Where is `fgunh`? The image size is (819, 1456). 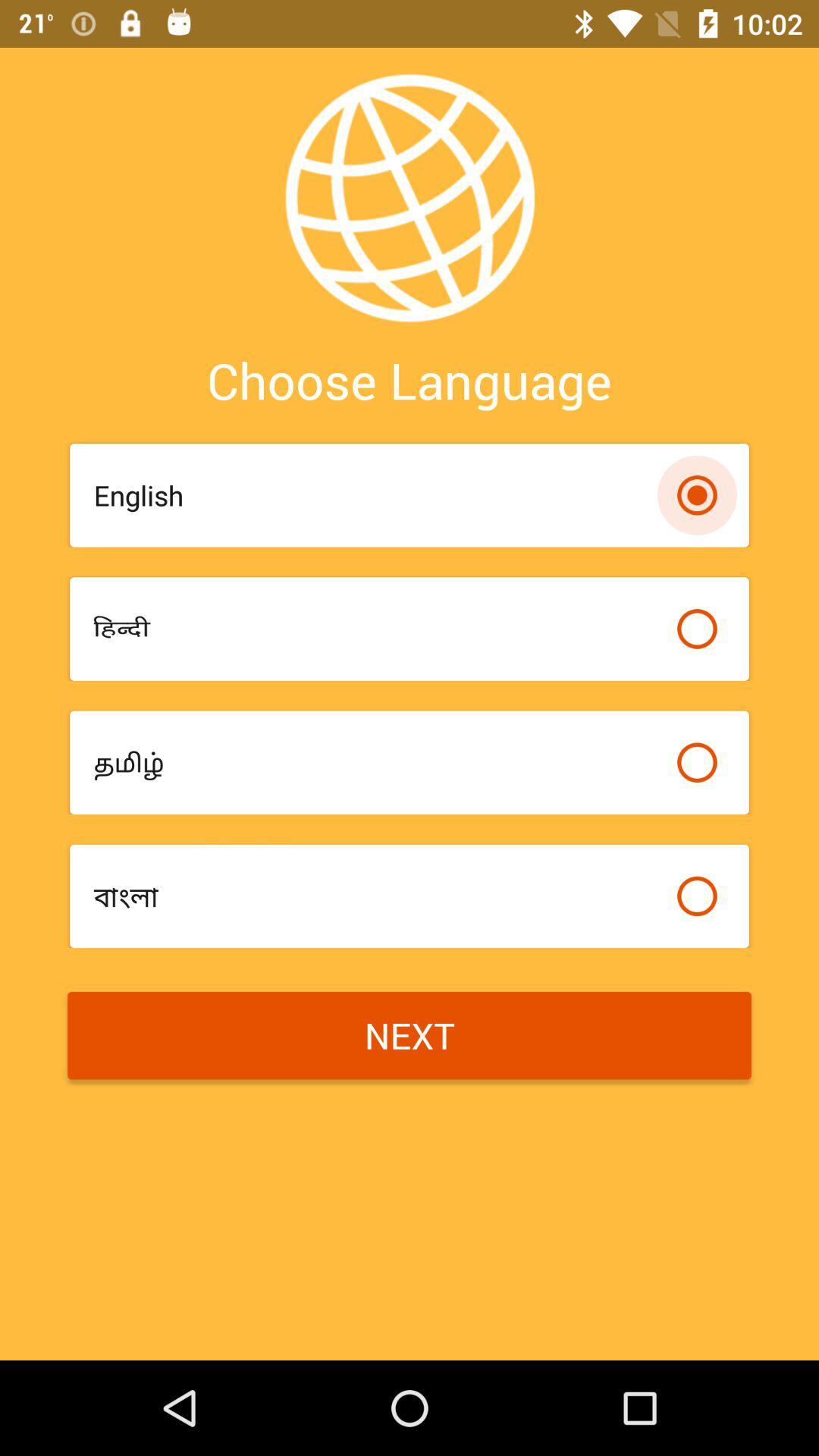
fgunh is located at coordinates (376, 629).